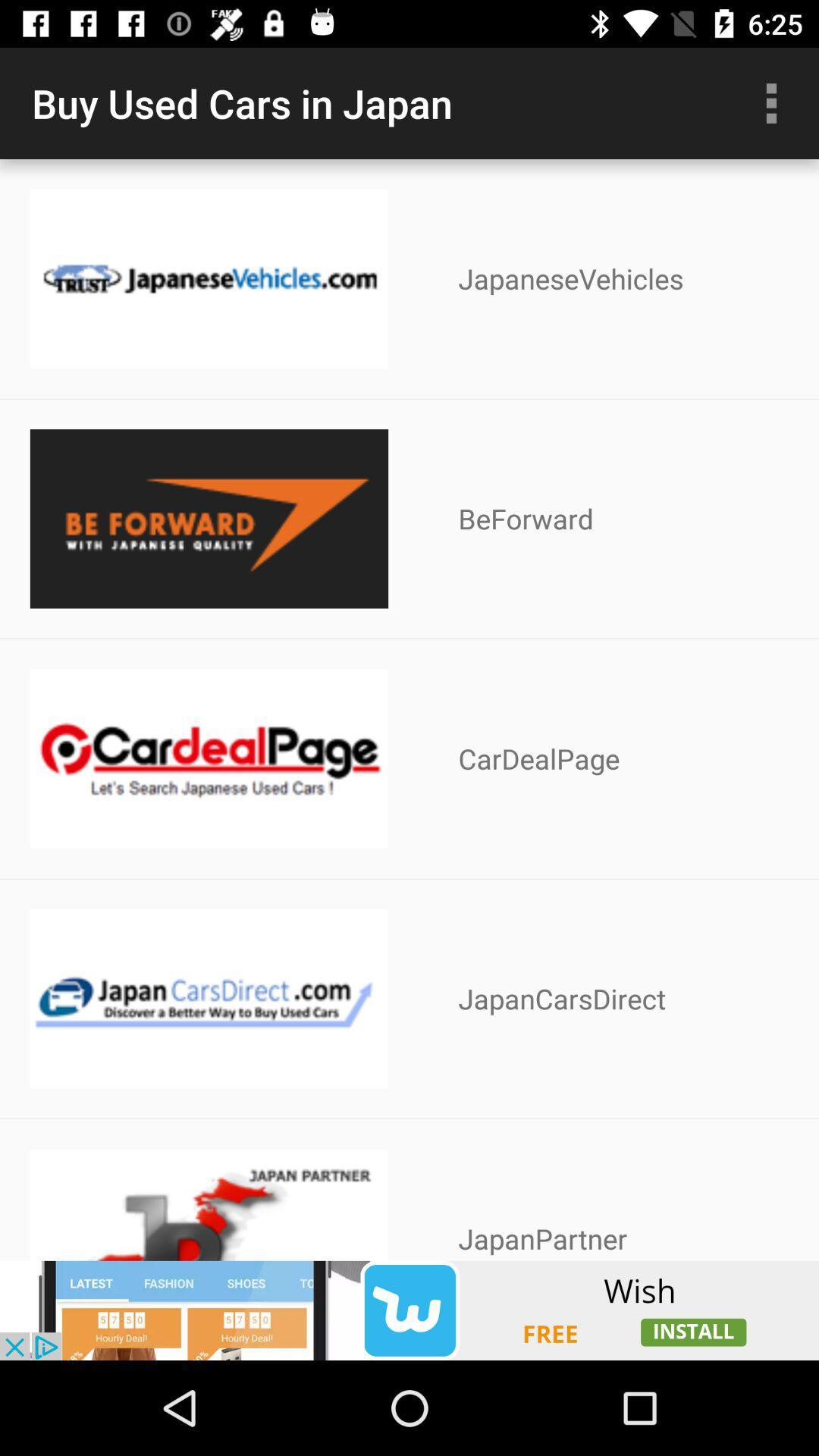 The image size is (819, 1456). Describe the element at coordinates (771, 102) in the screenshot. I see `settings` at that location.